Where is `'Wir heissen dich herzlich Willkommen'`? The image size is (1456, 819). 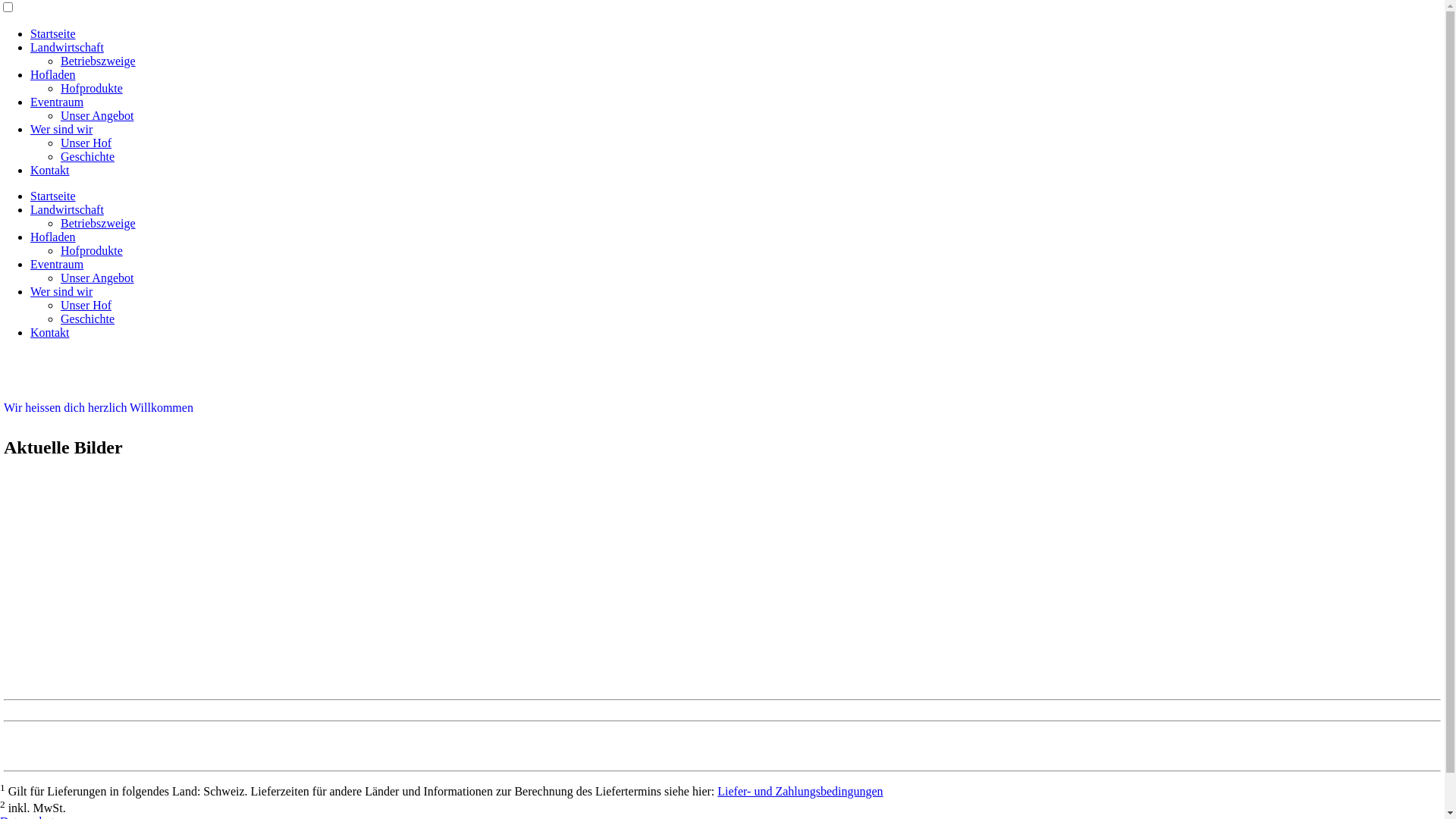 'Wir heissen dich herzlich Willkommen' is located at coordinates (97, 406).